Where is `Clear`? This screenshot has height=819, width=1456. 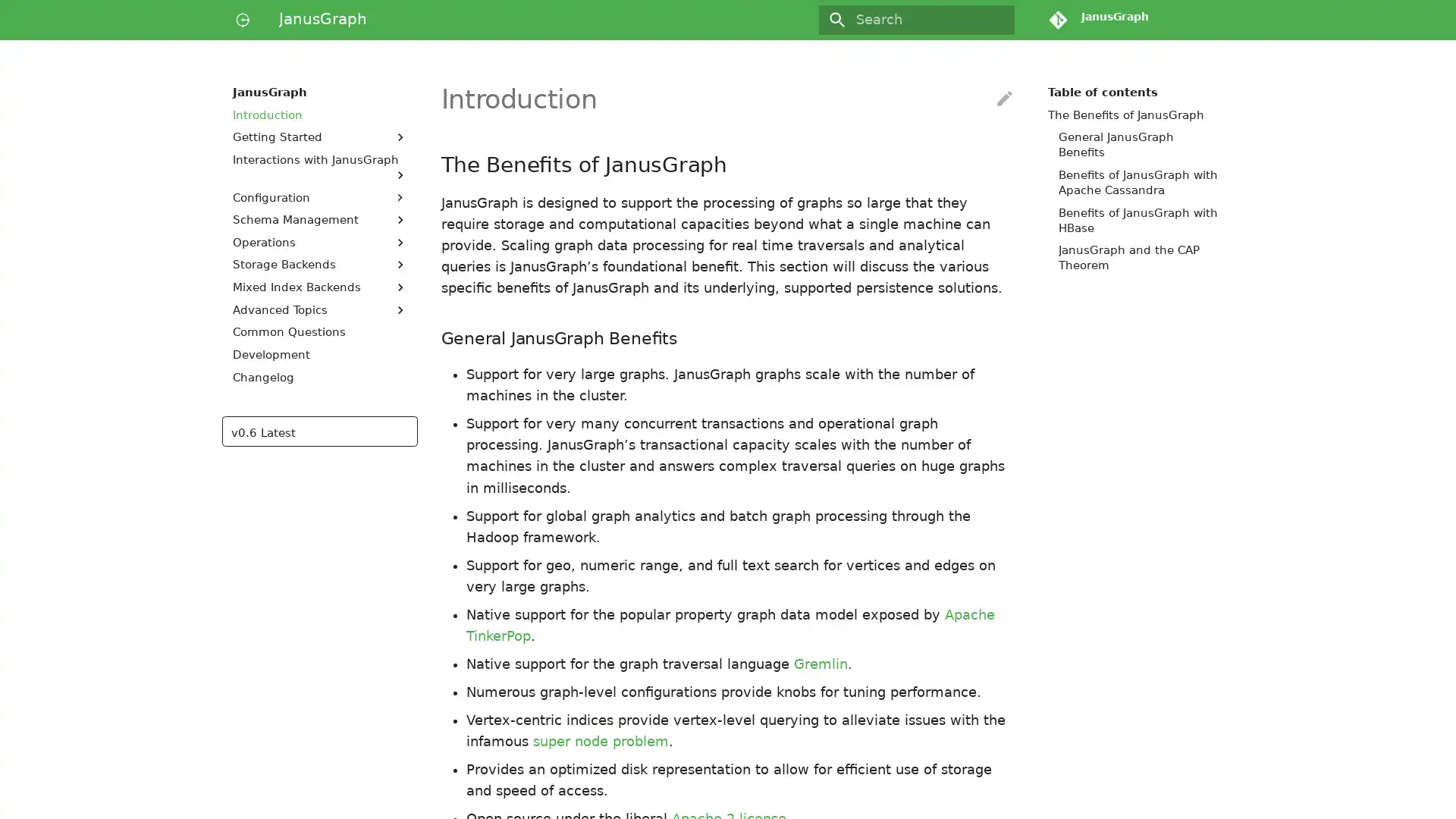
Clear is located at coordinates (996, 20).